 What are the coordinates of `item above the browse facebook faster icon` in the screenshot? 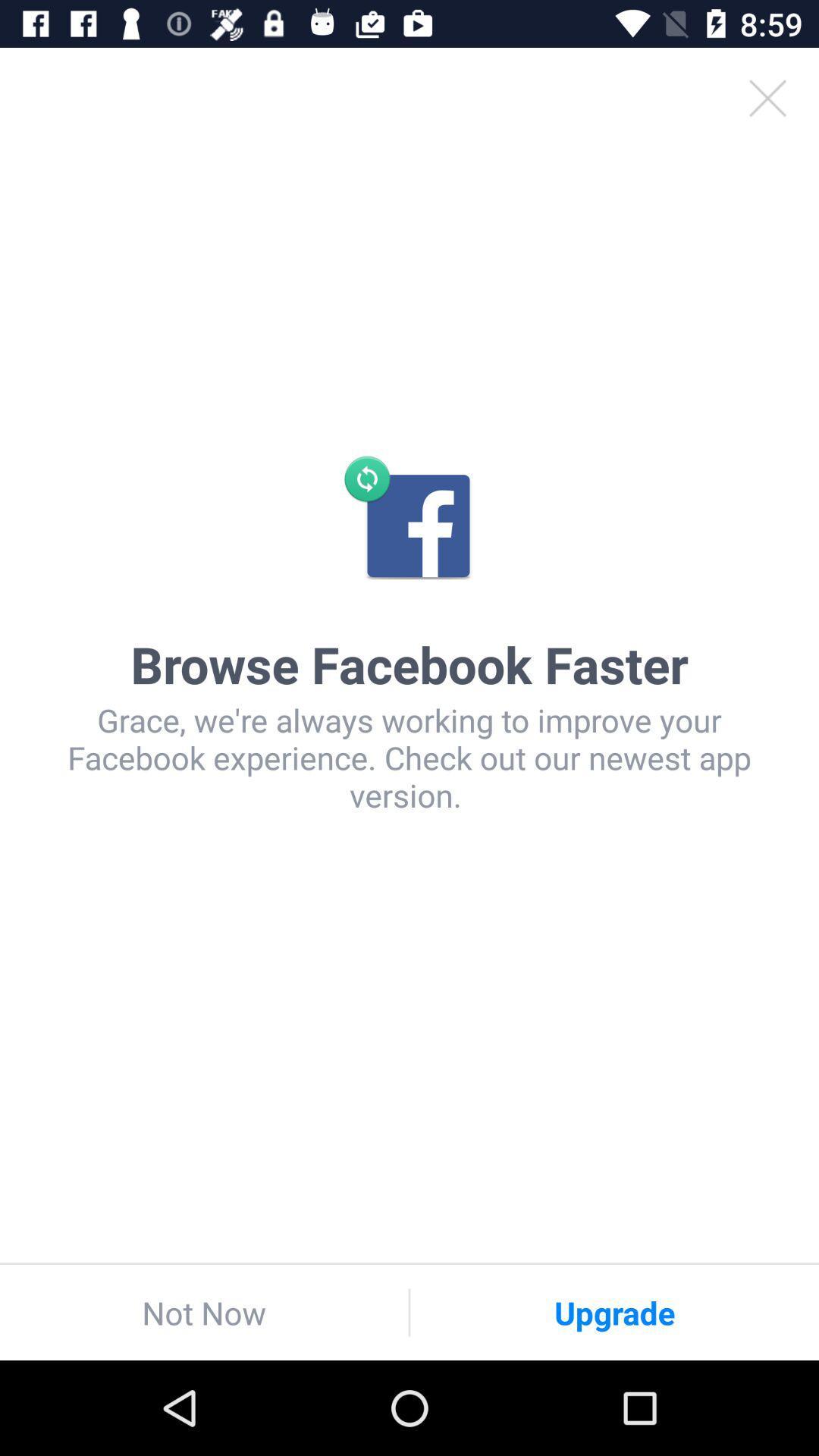 It's located at (767, 98).